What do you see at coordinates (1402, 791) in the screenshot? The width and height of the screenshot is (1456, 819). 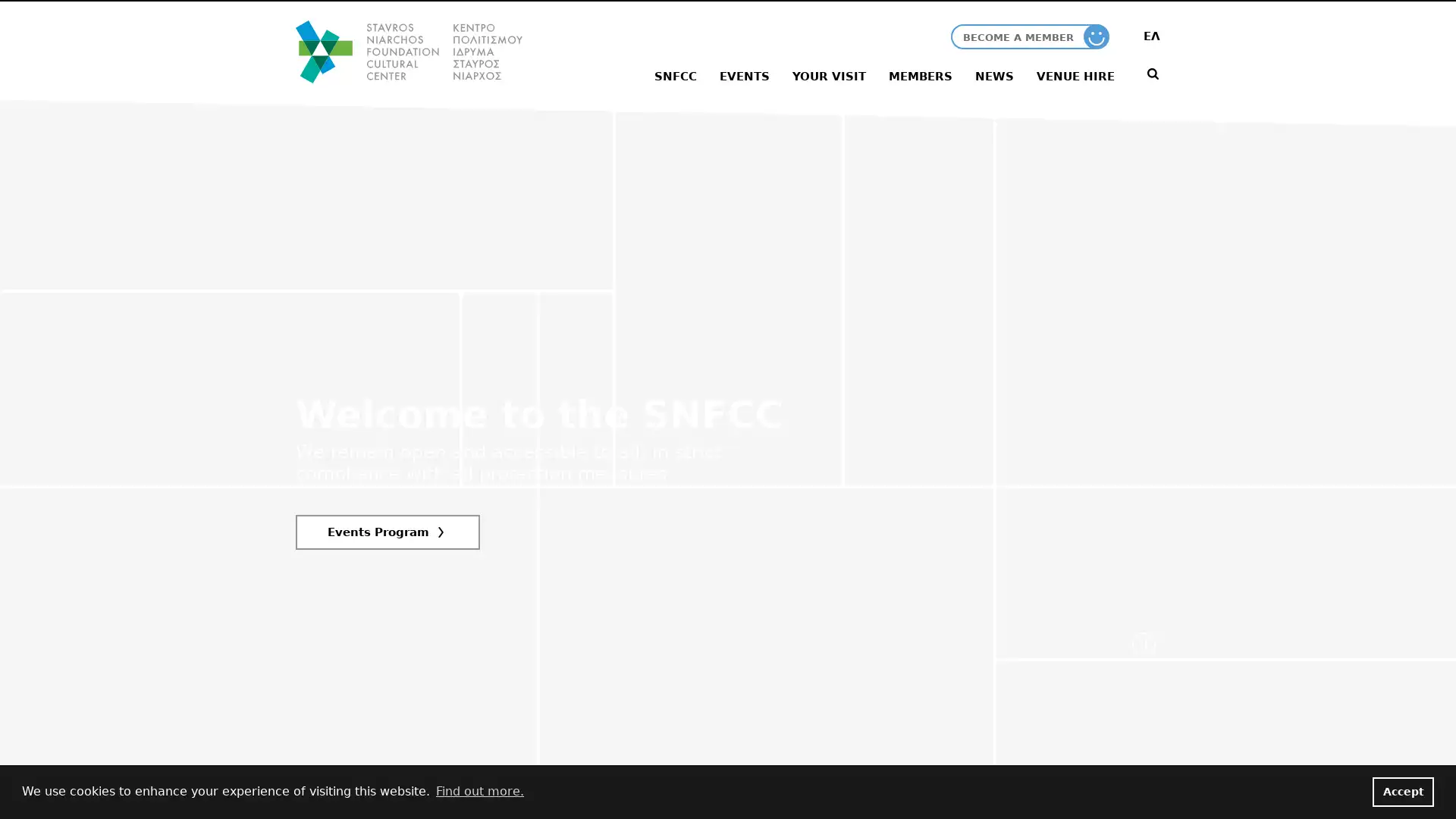 I see `dismiss cookie message` at bounding box center [1402, 791].